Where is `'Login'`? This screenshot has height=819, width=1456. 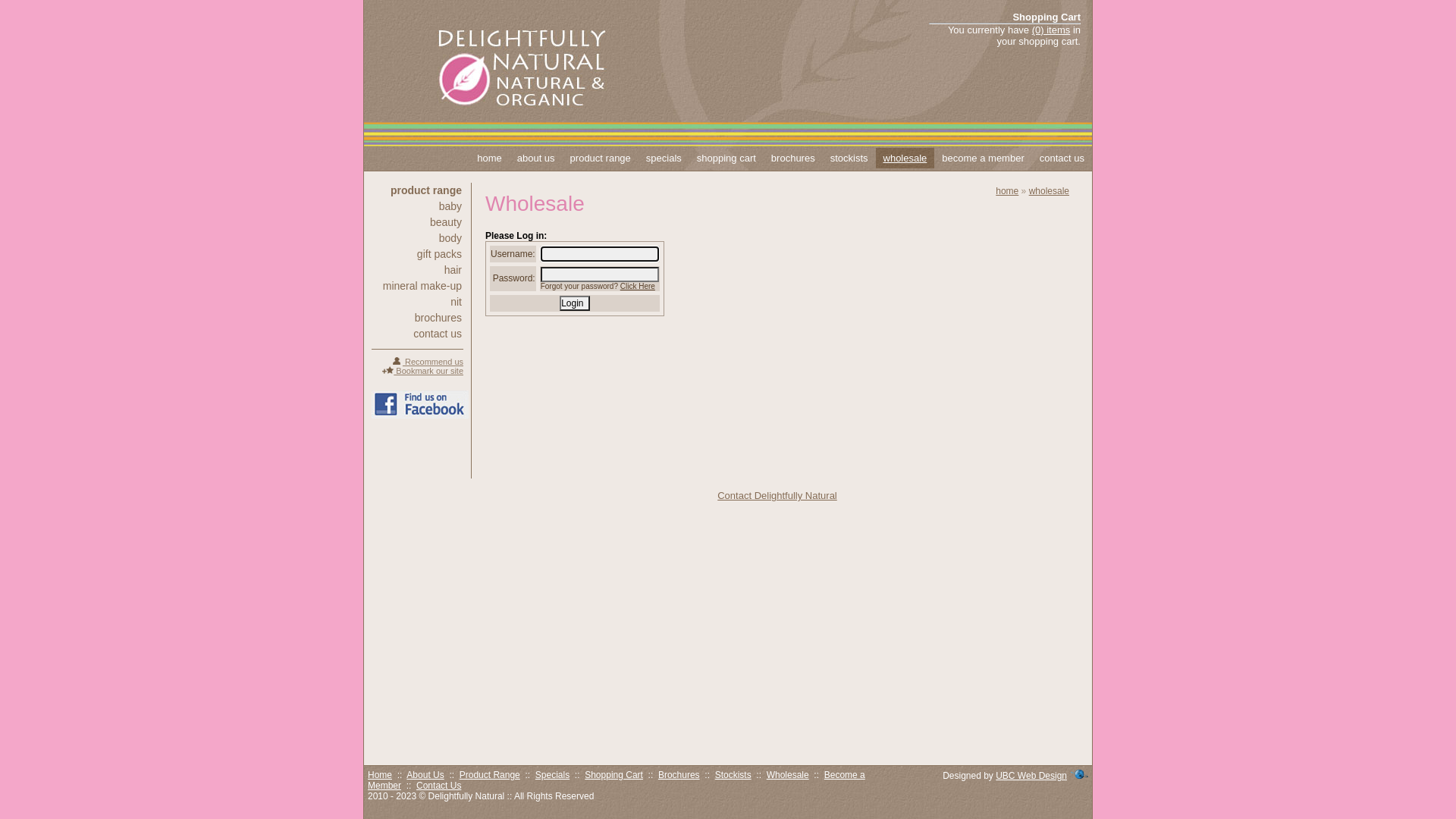 'Login' is located at coordinates (573, 303).